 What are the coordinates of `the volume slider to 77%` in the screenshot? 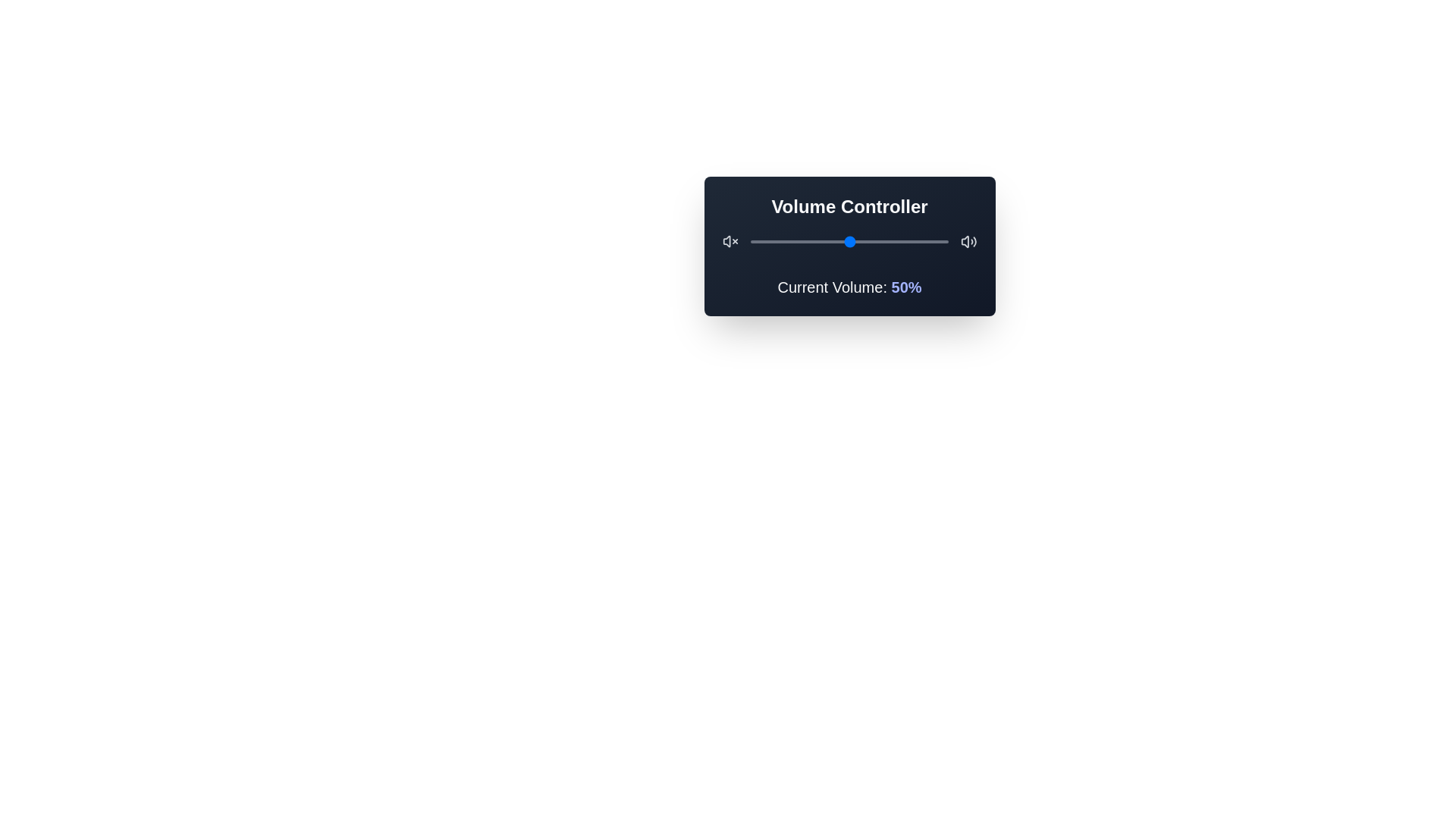 It's located at (902, 241).